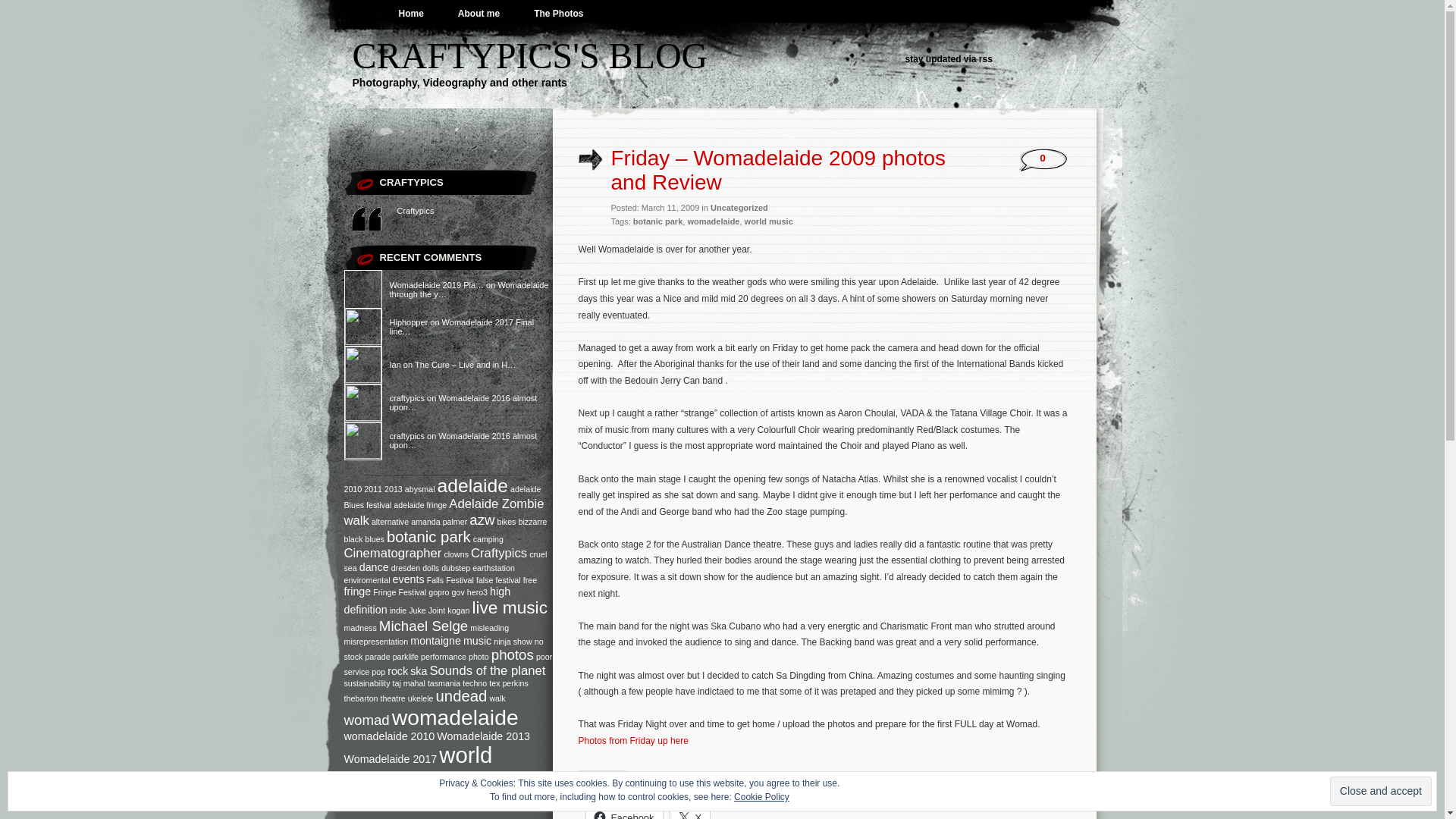 Image resolution: width=1456 pixels, height=819 pixels. Describe the element at coordinates (367, 719) in the screenshot. I see `'womad'` at that location.